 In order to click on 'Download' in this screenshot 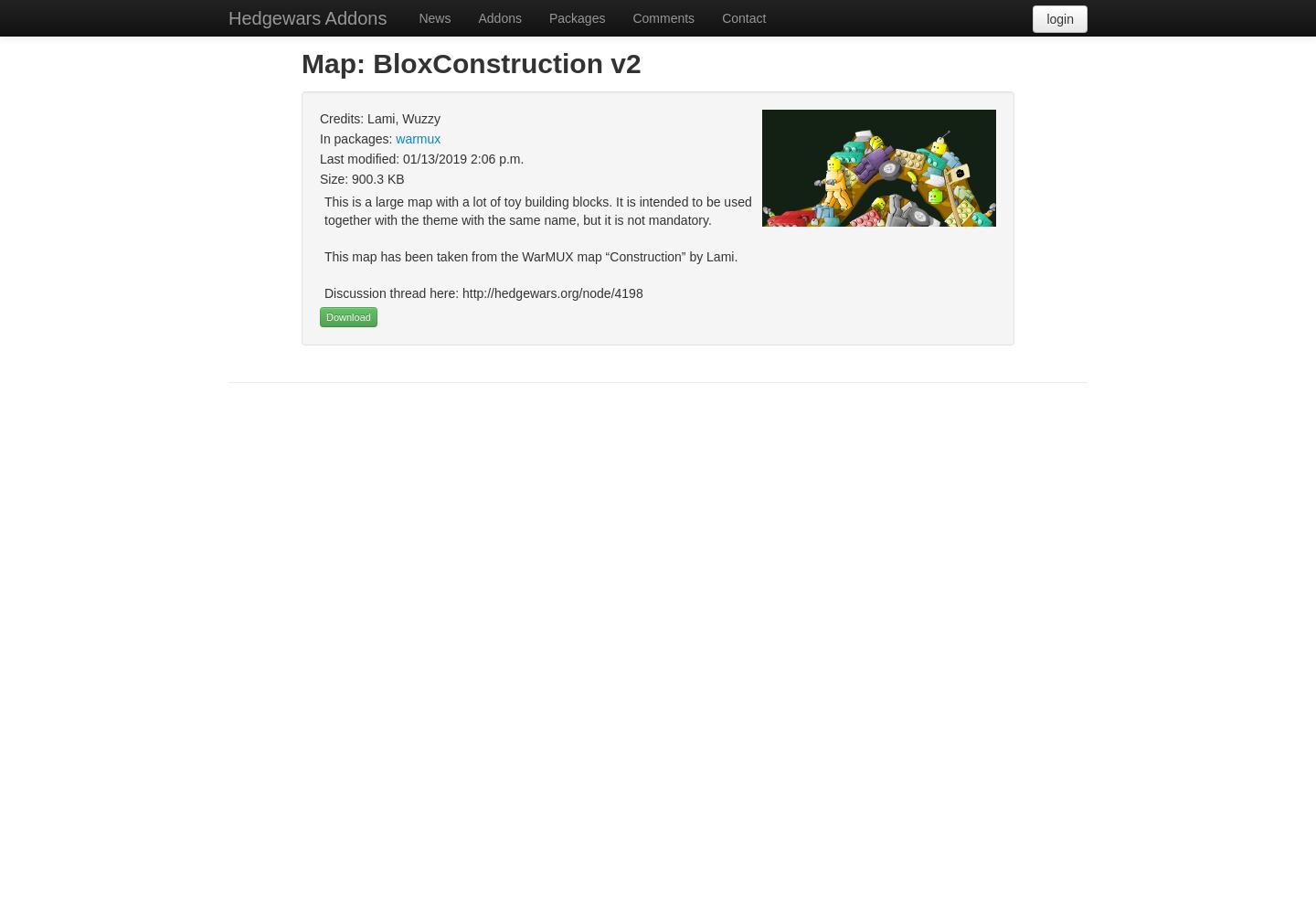, I will do `click(347, 316)`.